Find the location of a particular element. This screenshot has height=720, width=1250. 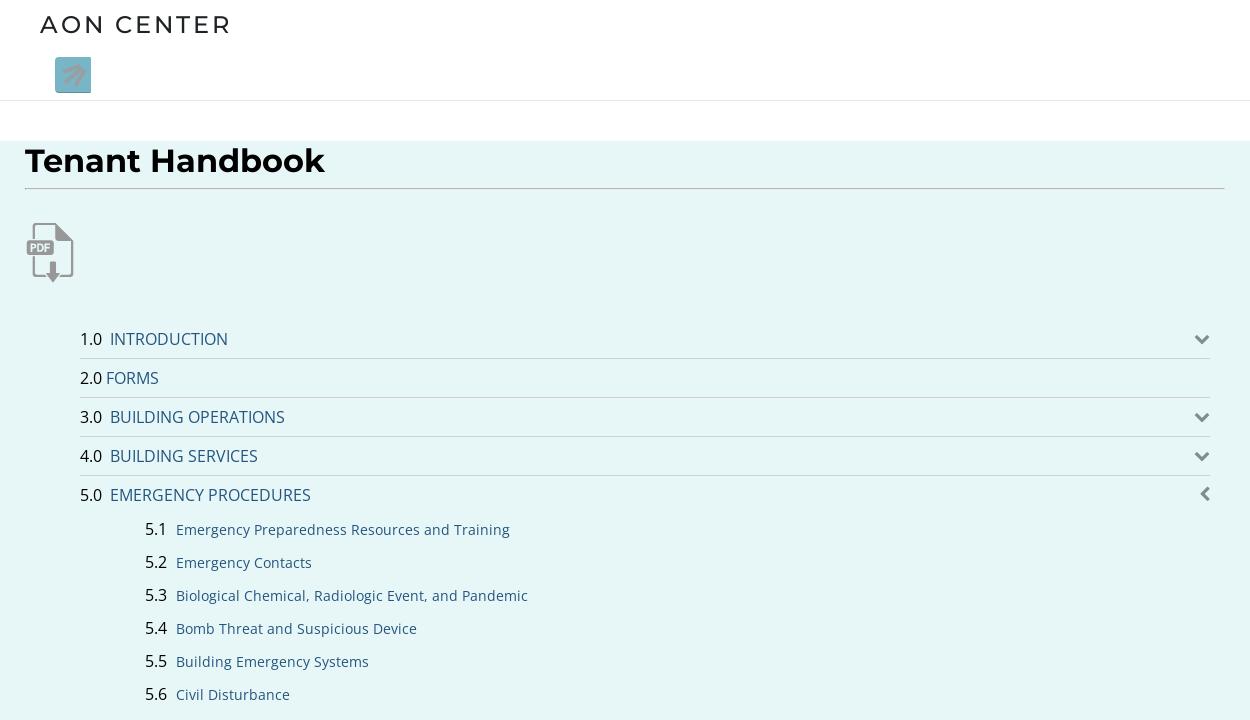

'Biological Chemical, Radiologic Event, and Pandemic' is located at coordinates (351, 594).